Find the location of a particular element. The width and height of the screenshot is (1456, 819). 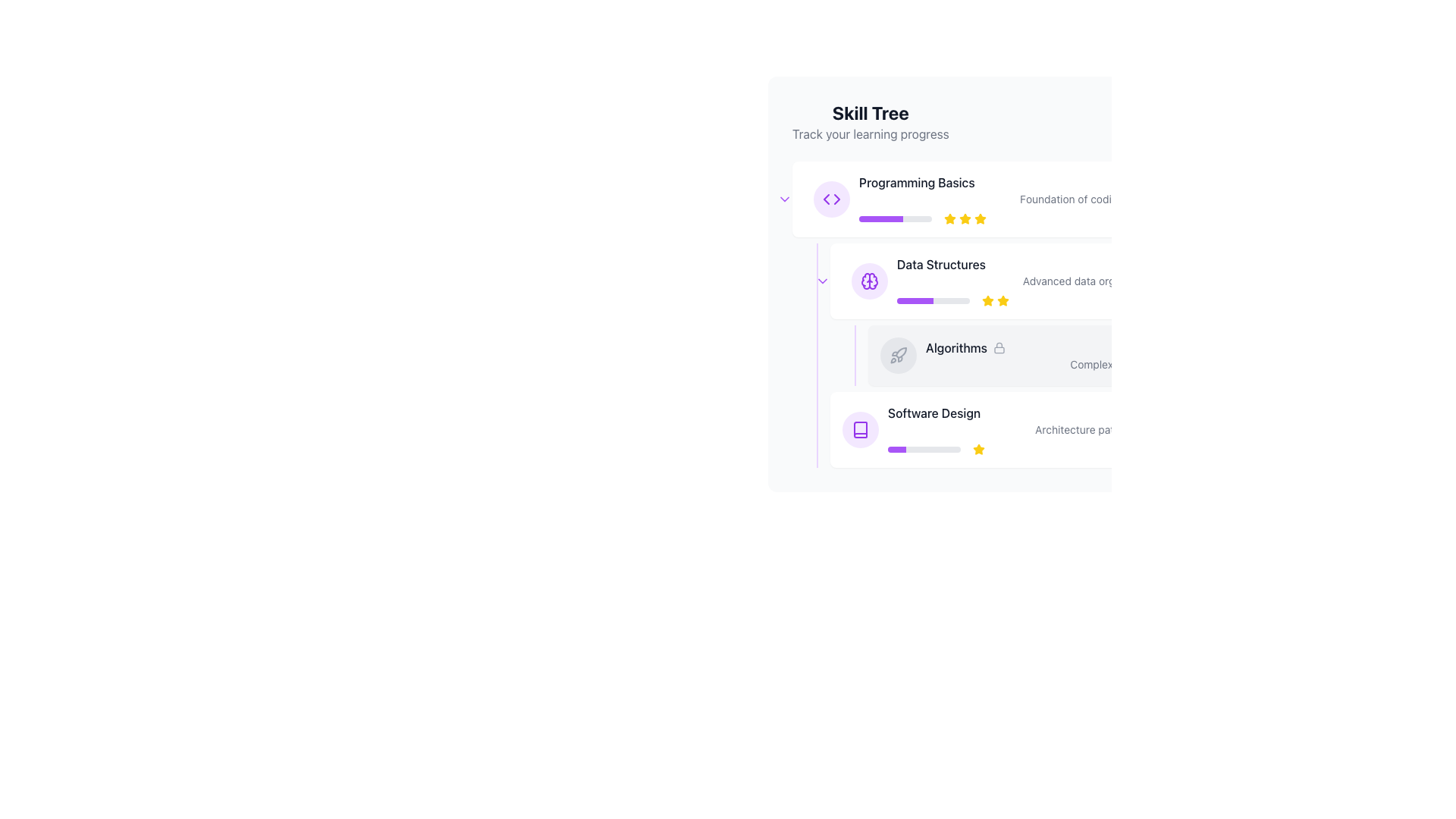

information displayed in the 'Algorithms' skill node, which indicates it is an unavailable skill in the skill tree, positioned between 'Data Structures' and 'Software Design' is located at coordinates (1109, 356).